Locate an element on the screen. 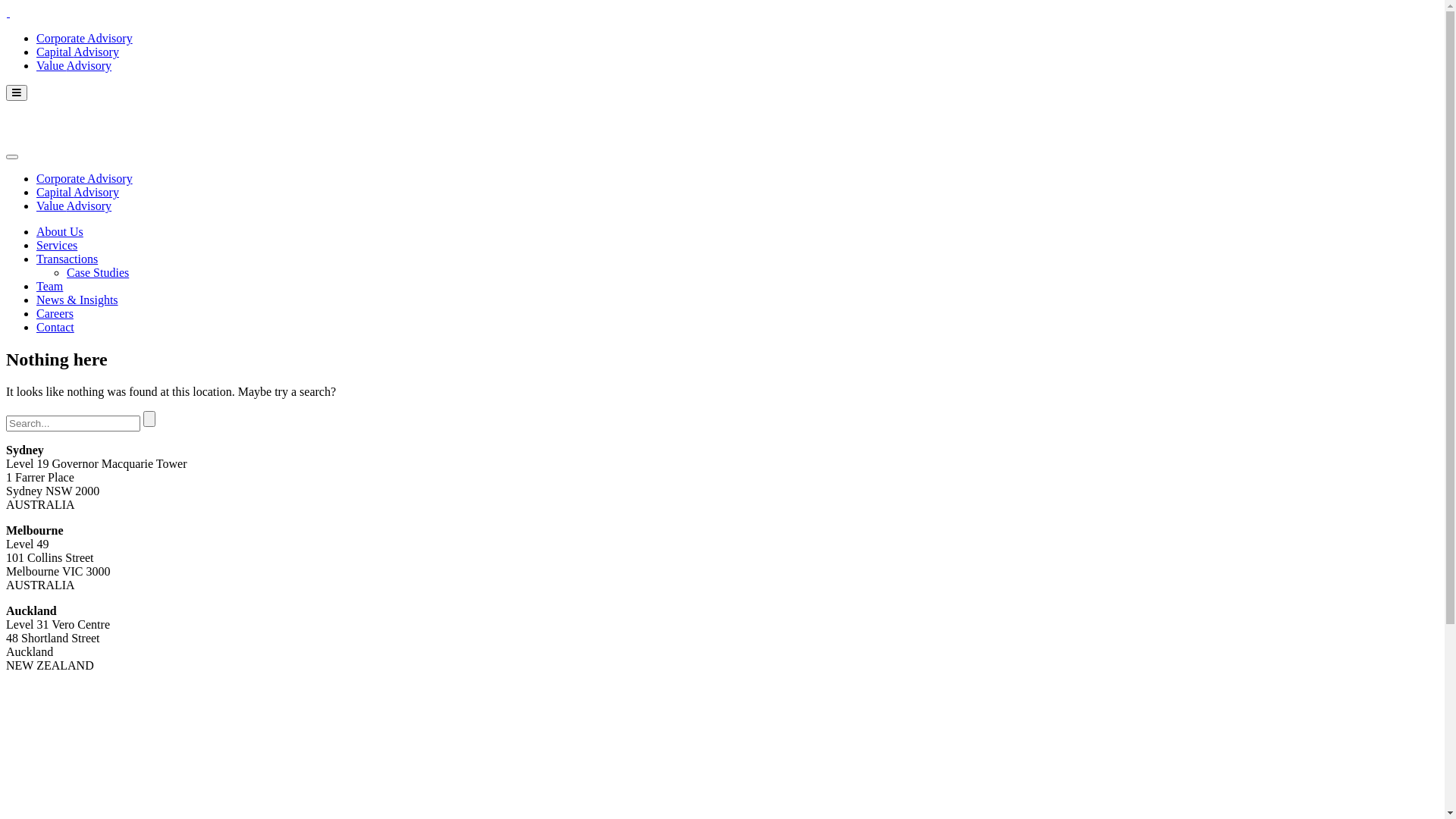 This screenshot has height=819, width=1456. 'About Us' is located at coordinates (59, 231).